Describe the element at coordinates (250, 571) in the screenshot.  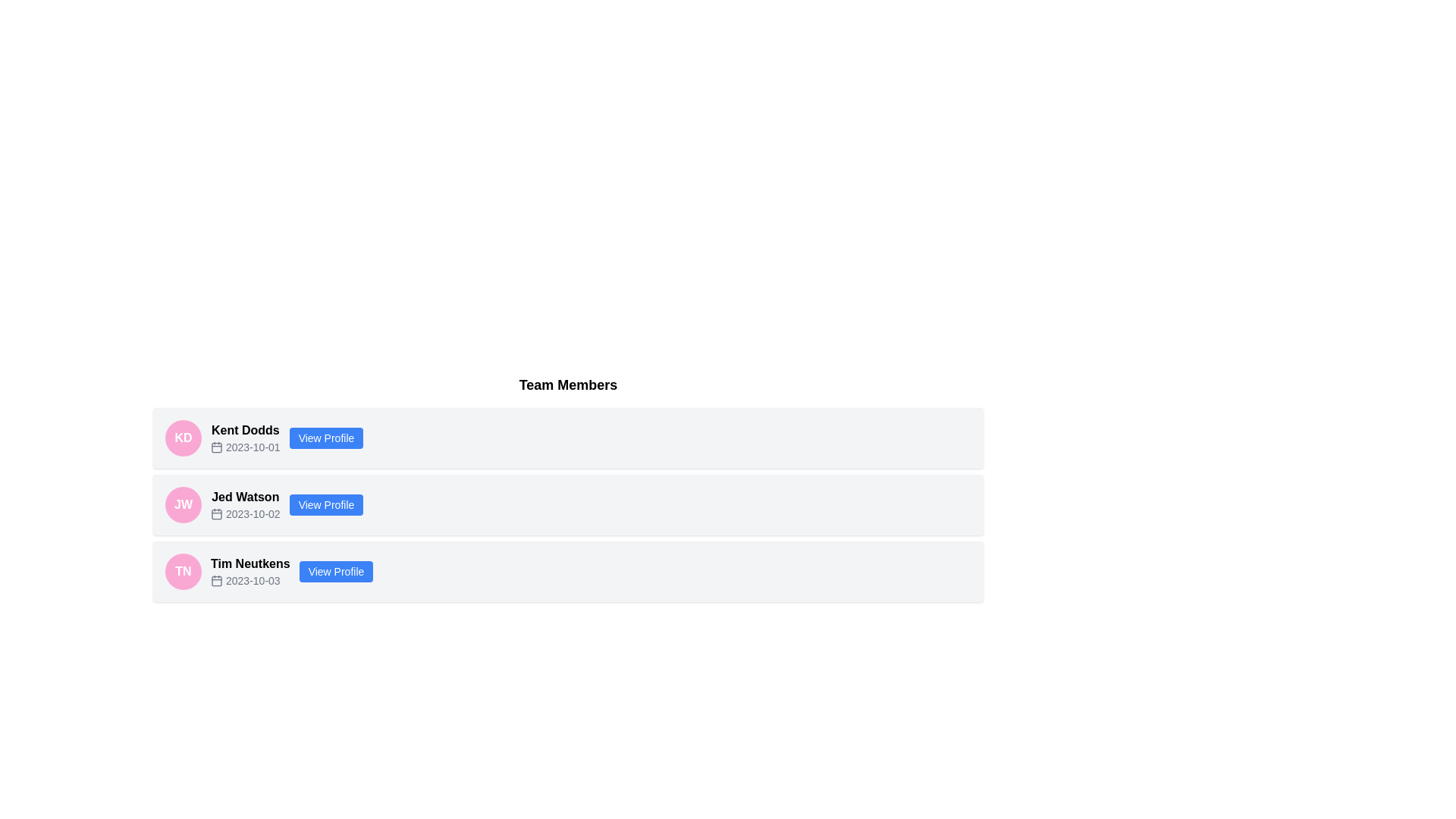
I see `text content 'Tim Neutkens' and '2023-10-03' from the text element that includes a calendar icon, located below the circular icon with initials 'TN'` at that location.